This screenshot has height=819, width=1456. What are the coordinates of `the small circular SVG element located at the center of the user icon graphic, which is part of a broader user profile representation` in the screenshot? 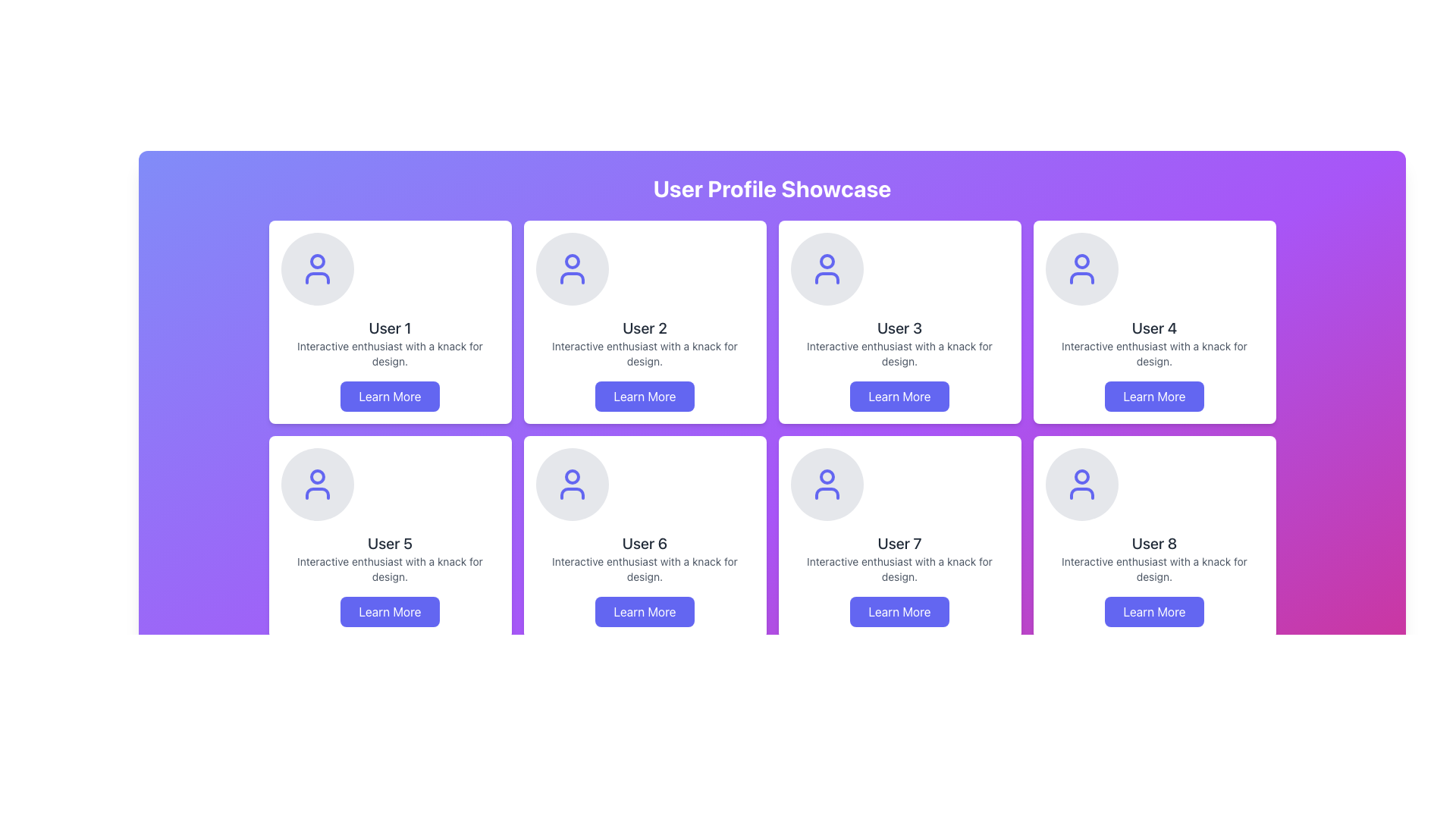 It's located at (826, 475).